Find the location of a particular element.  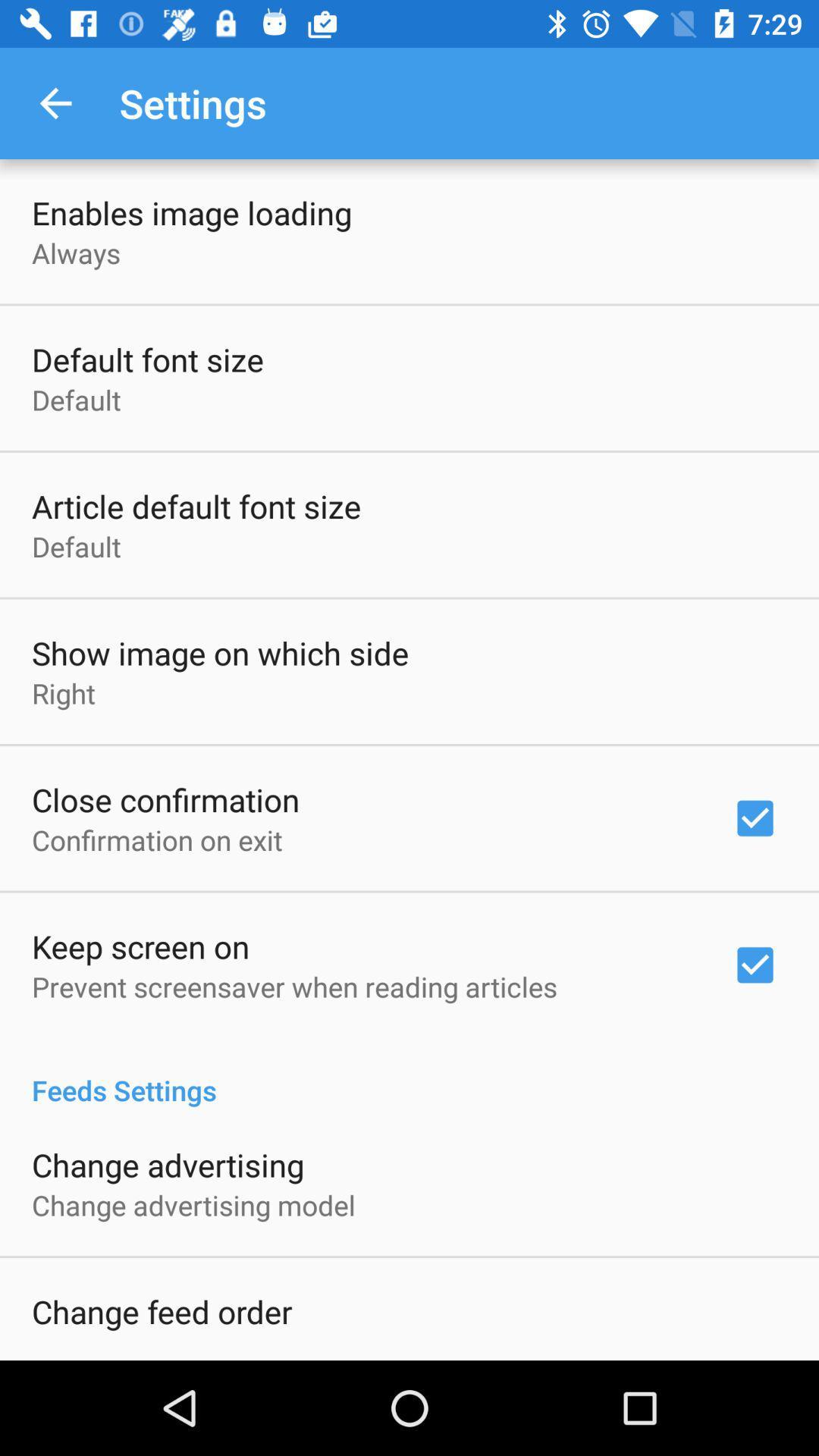

the always icon is located at coordinates (76, 253).